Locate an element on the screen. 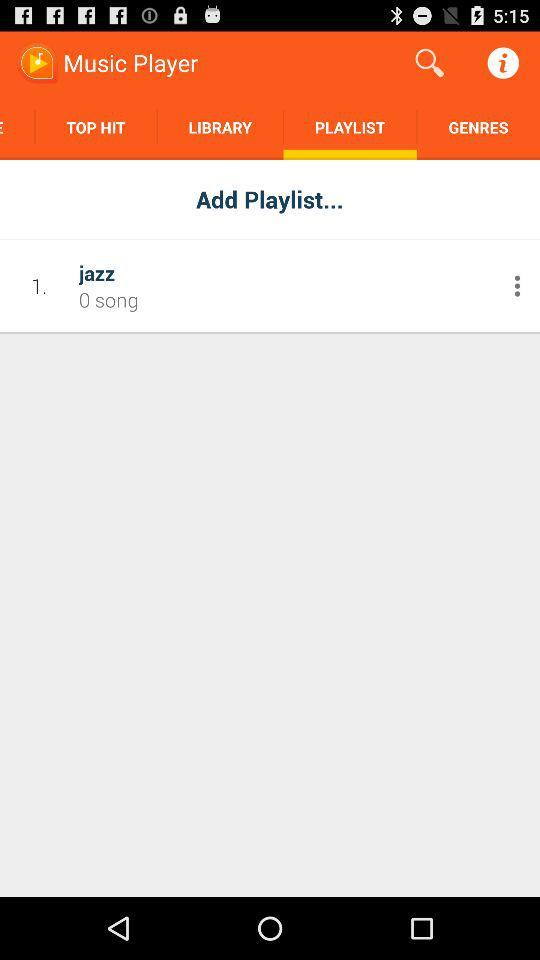  the button which is next to the music player is located at coordinates (429, 63).